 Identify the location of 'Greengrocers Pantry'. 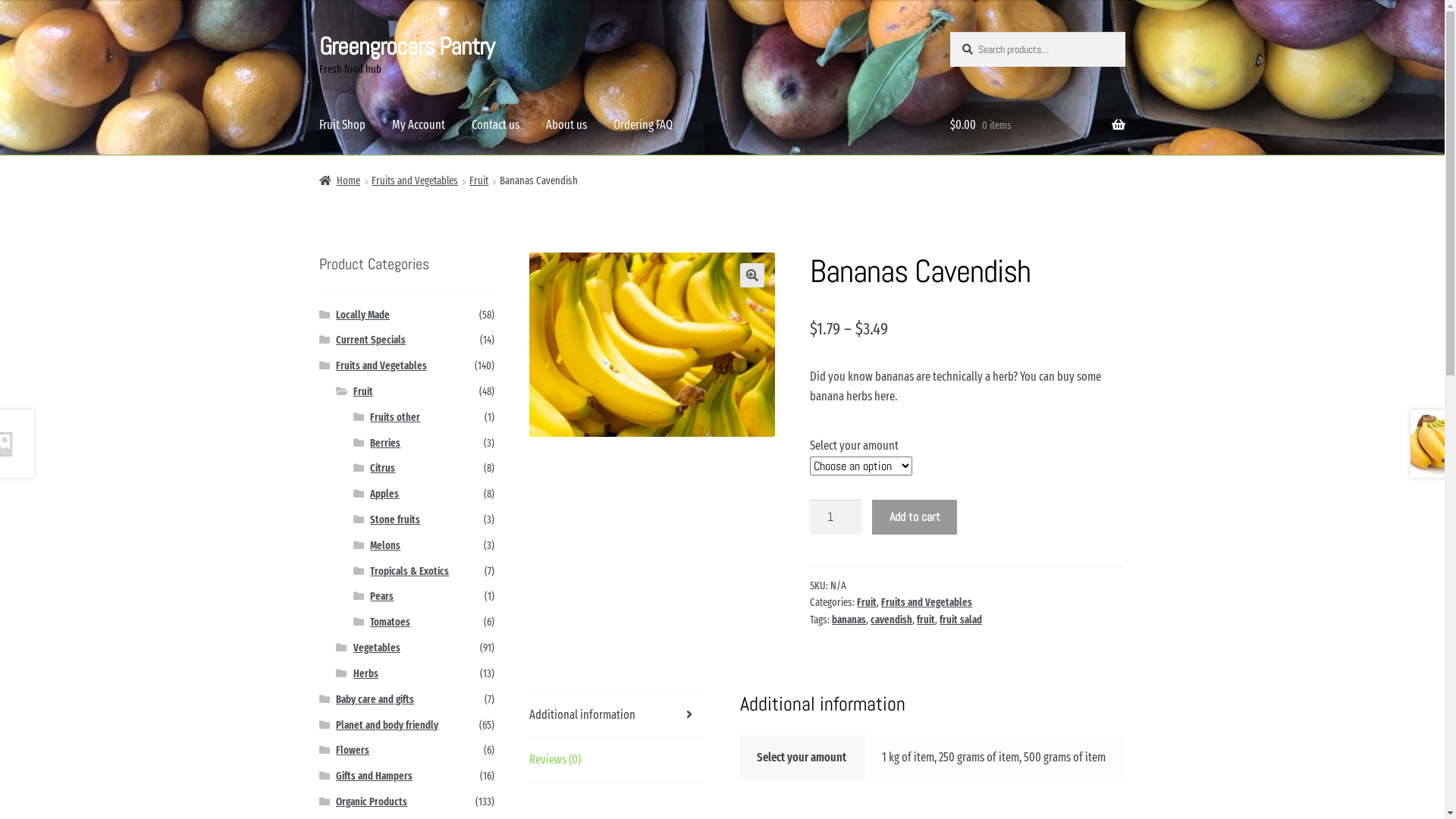
(406, 45).